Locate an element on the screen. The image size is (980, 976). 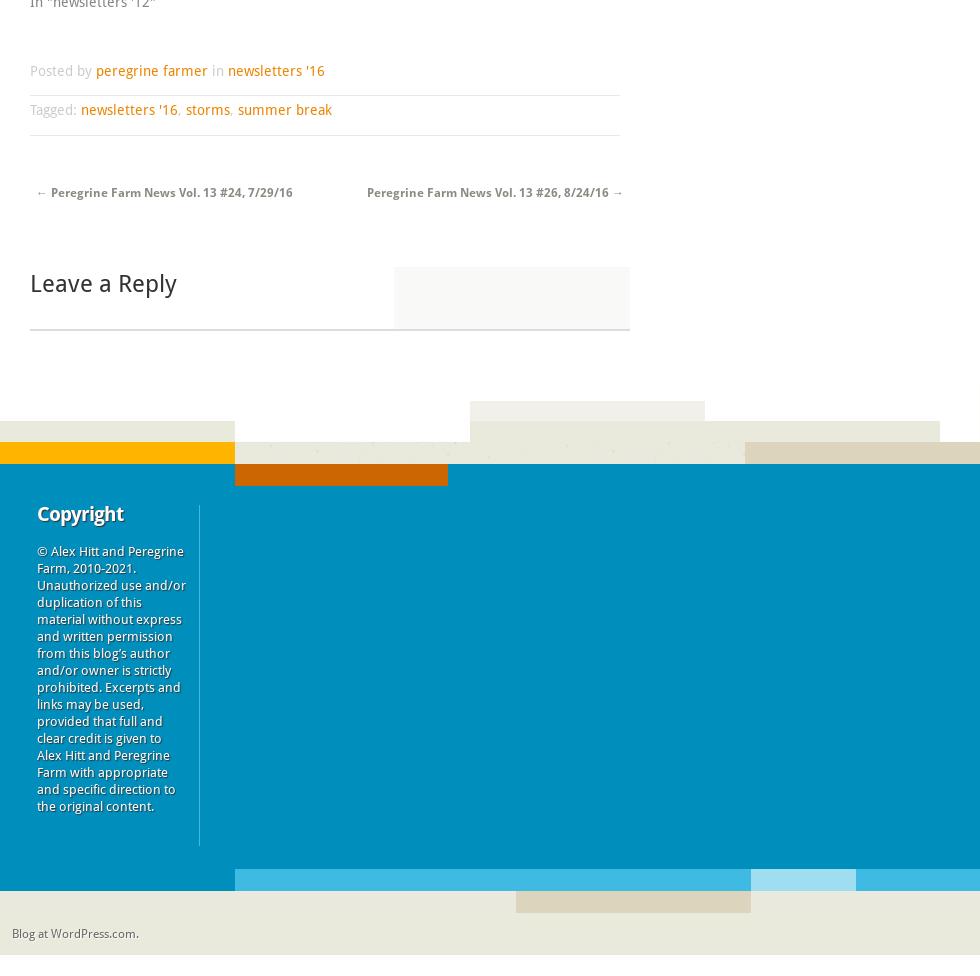
'storms' is located at coordinates (207, 109).